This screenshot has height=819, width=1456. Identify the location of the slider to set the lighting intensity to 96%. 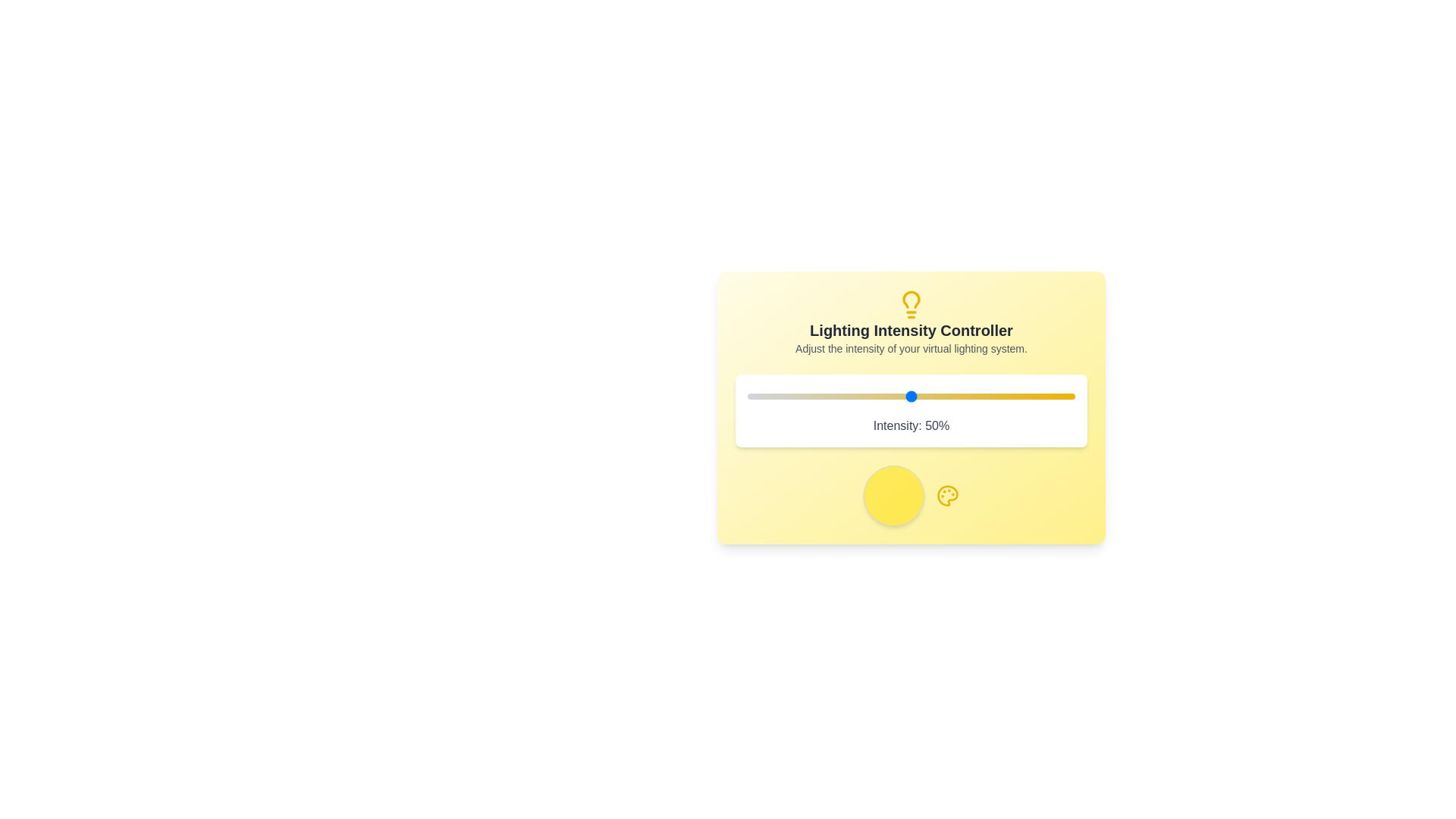
(1061, 396).